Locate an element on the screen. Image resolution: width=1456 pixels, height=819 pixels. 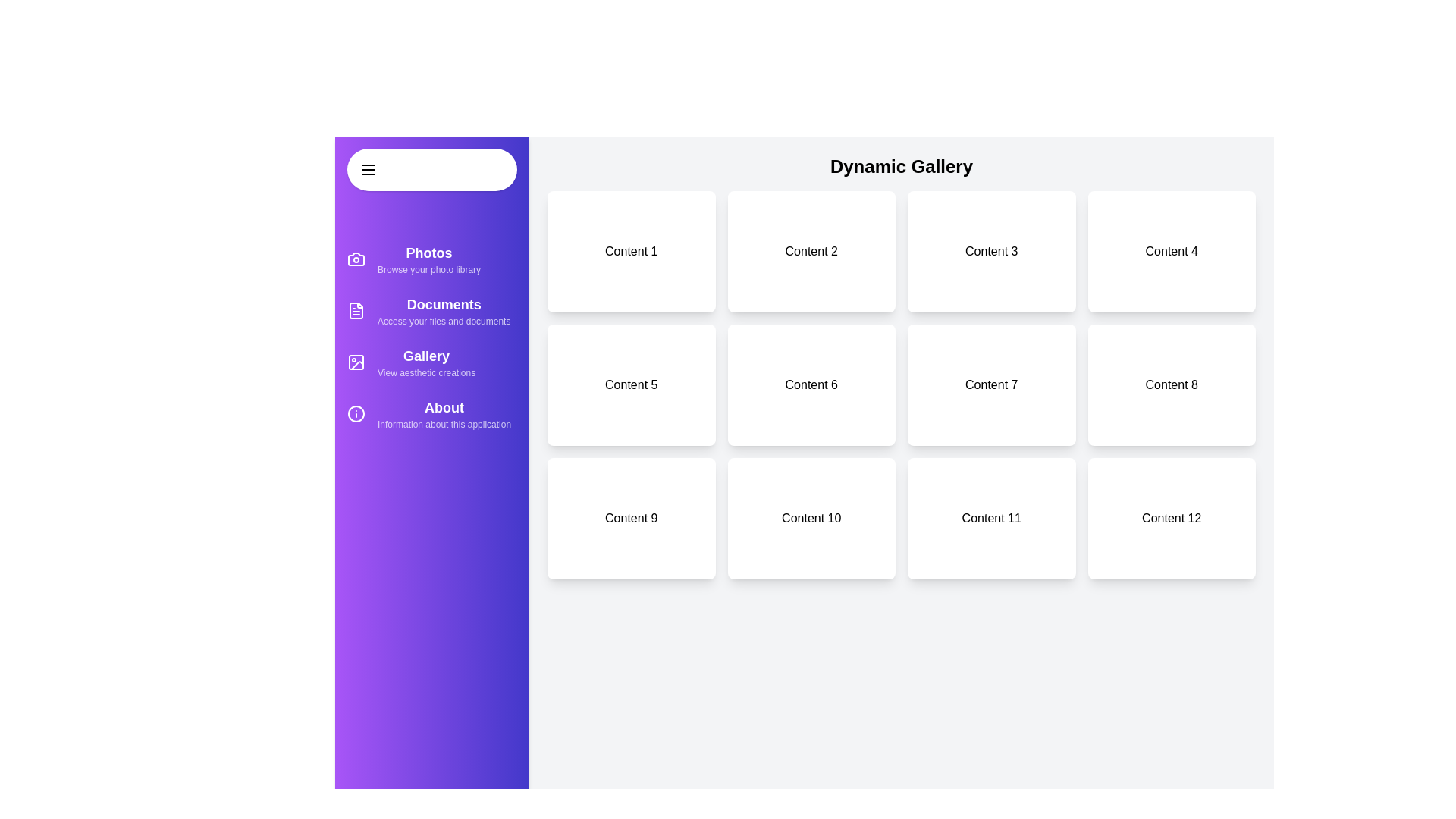
the category item About in the sidebar is located at coordinates (431, 414).